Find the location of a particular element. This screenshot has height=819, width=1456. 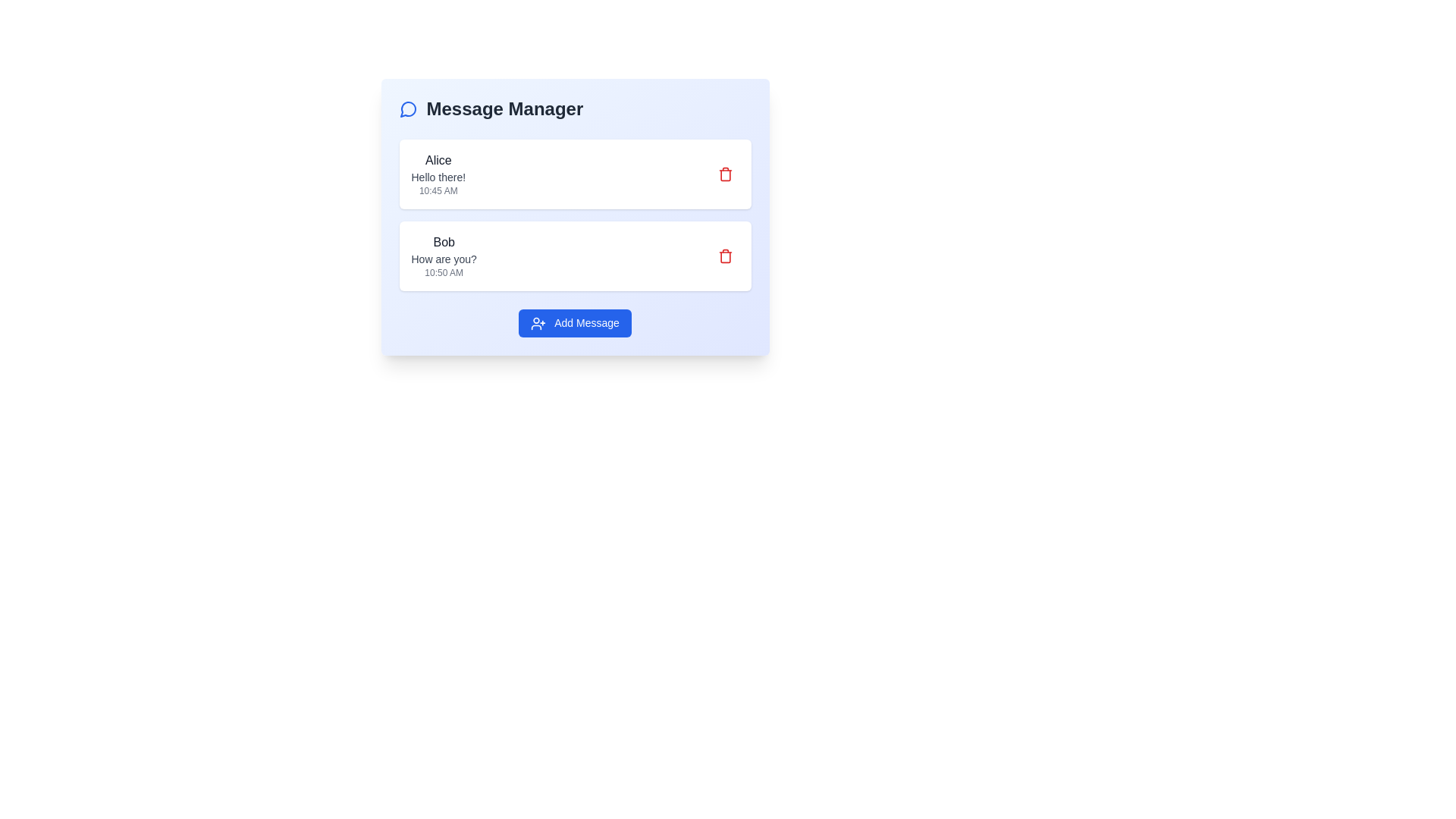

the blue button with a user plus icon and 'Add Message' text located at the bottom-center of the interface is located at coordinates (574, 322).